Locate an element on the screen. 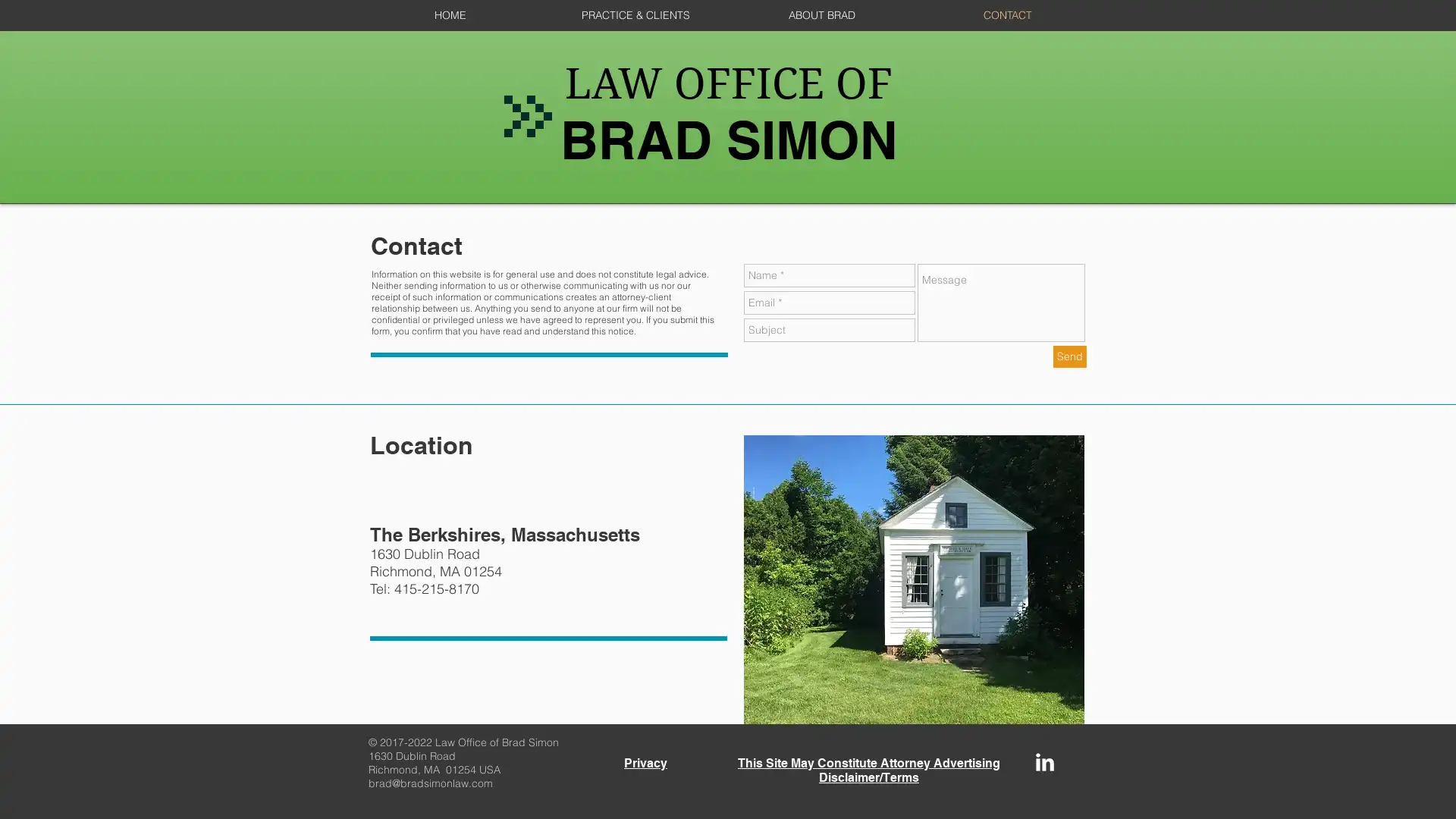  Send is located at coordinates (1069, 356).